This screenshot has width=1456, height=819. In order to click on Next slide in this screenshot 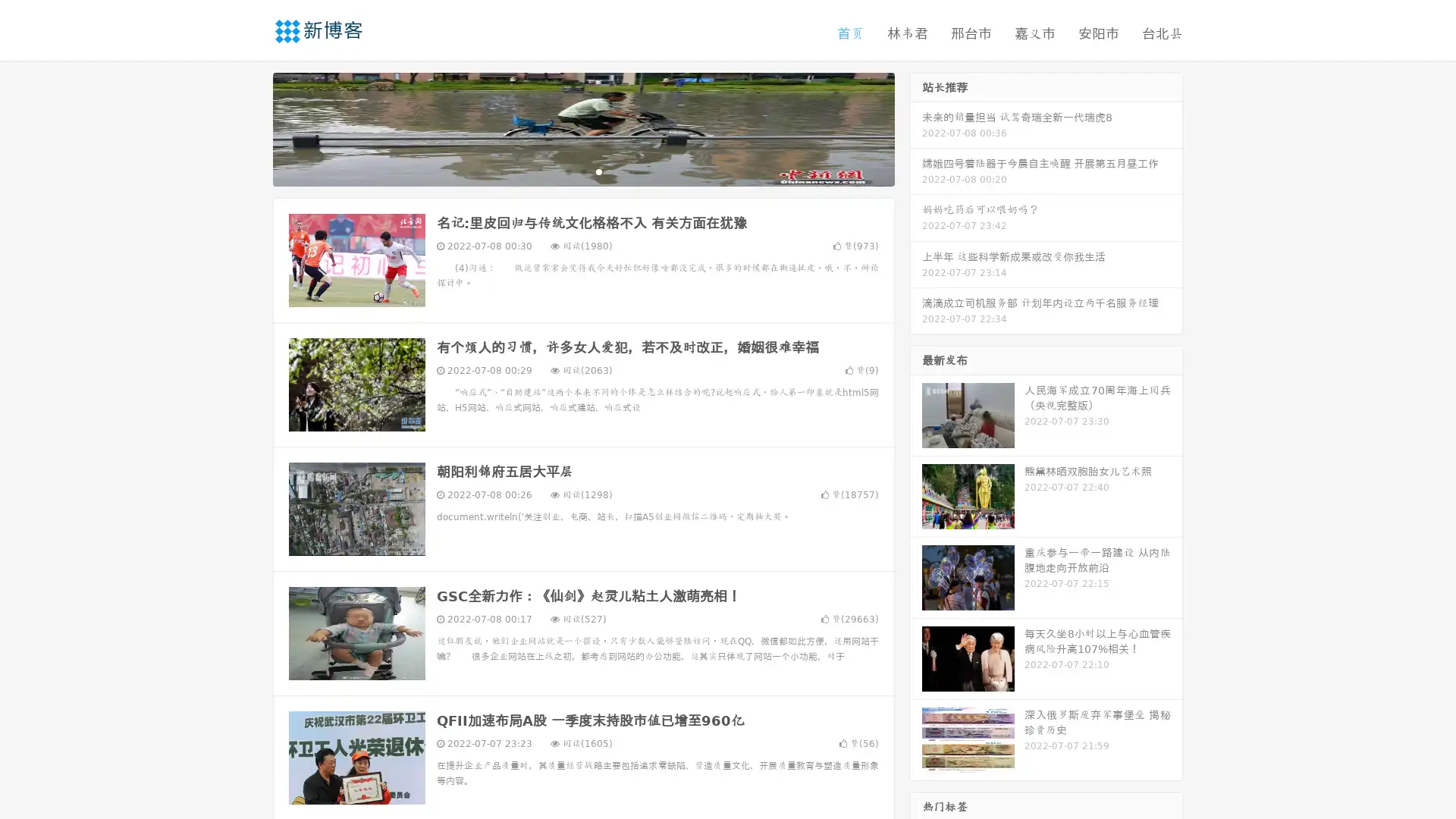, I will do `click(916, 127)`.